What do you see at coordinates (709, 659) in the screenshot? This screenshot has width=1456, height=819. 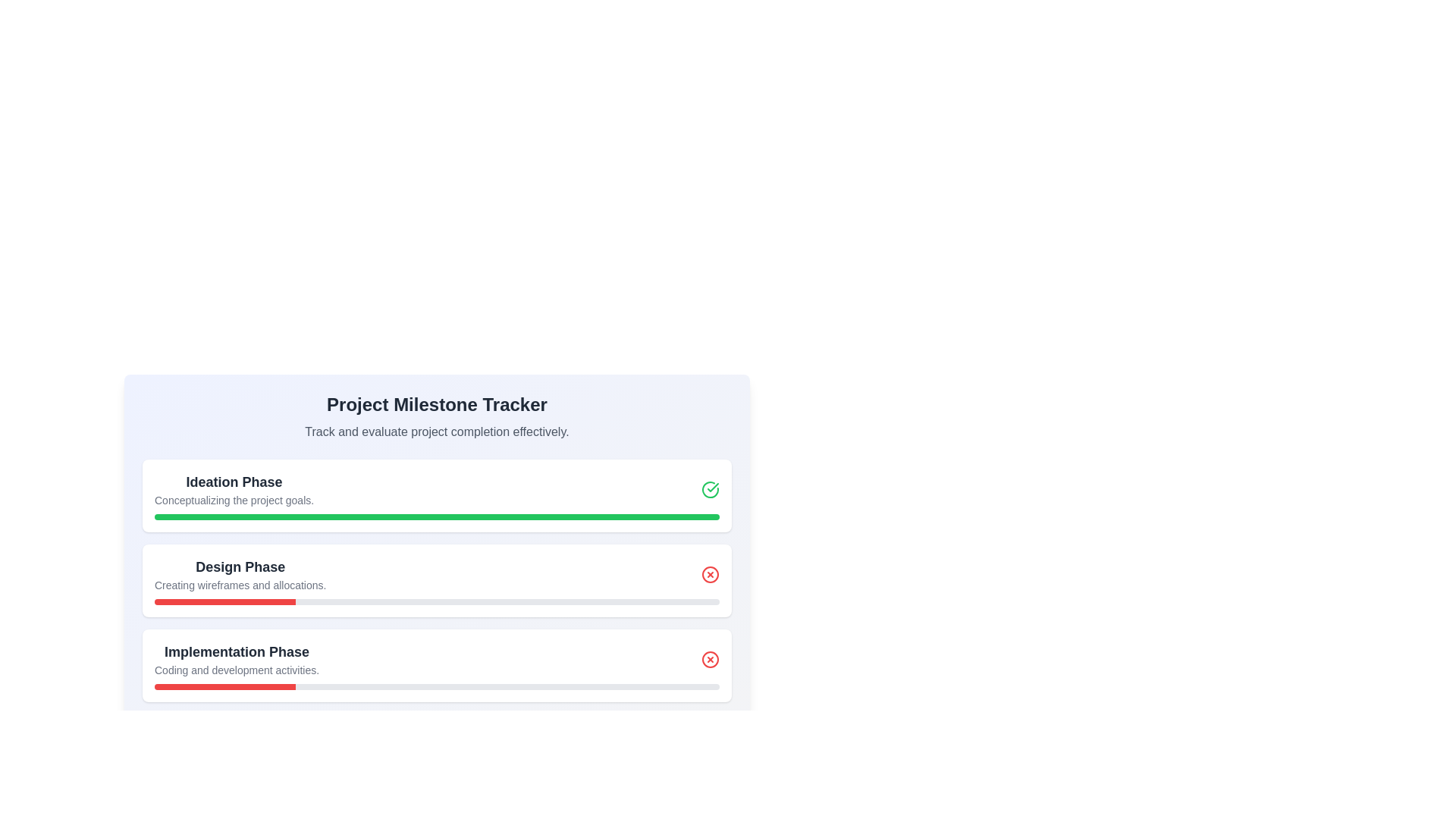 I see `the Circle element indicating an error or cancellation state, which is part of an SVG graphic located at the bottom of the interface aligned with the 'Implementation Phase' milestone` at bounding box center [709, 659].